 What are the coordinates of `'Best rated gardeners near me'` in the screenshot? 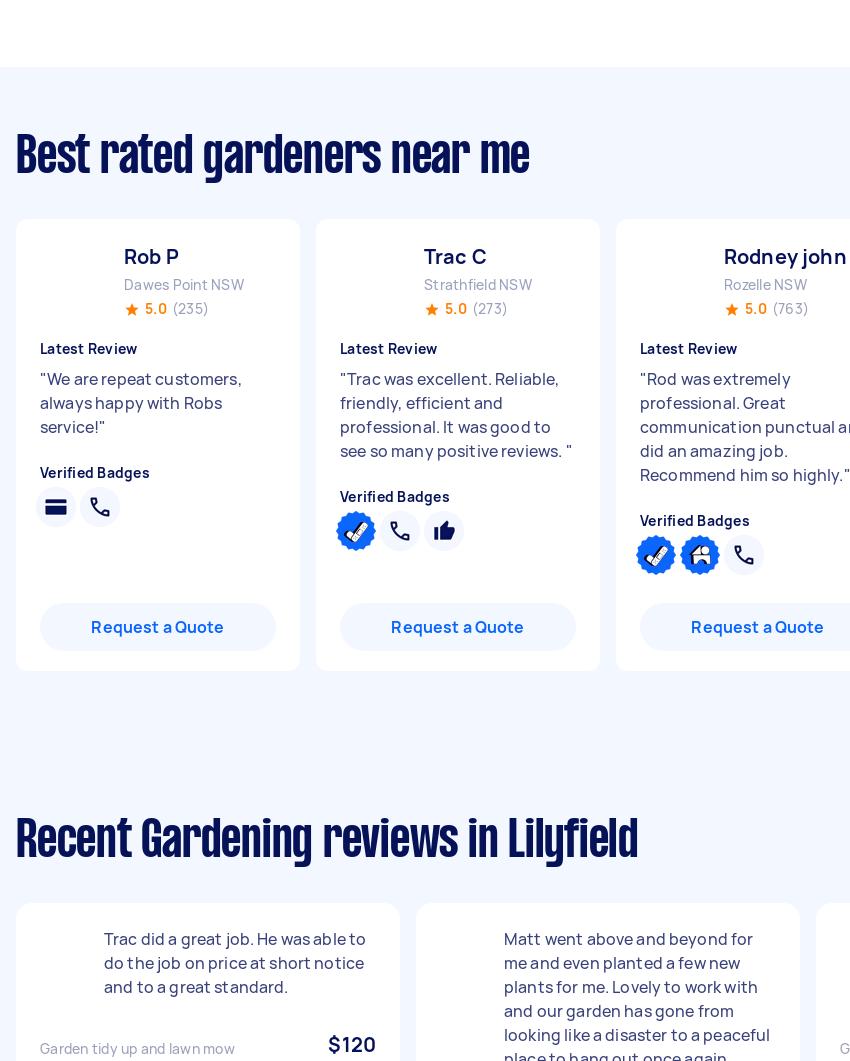 It's located at (272, 157).